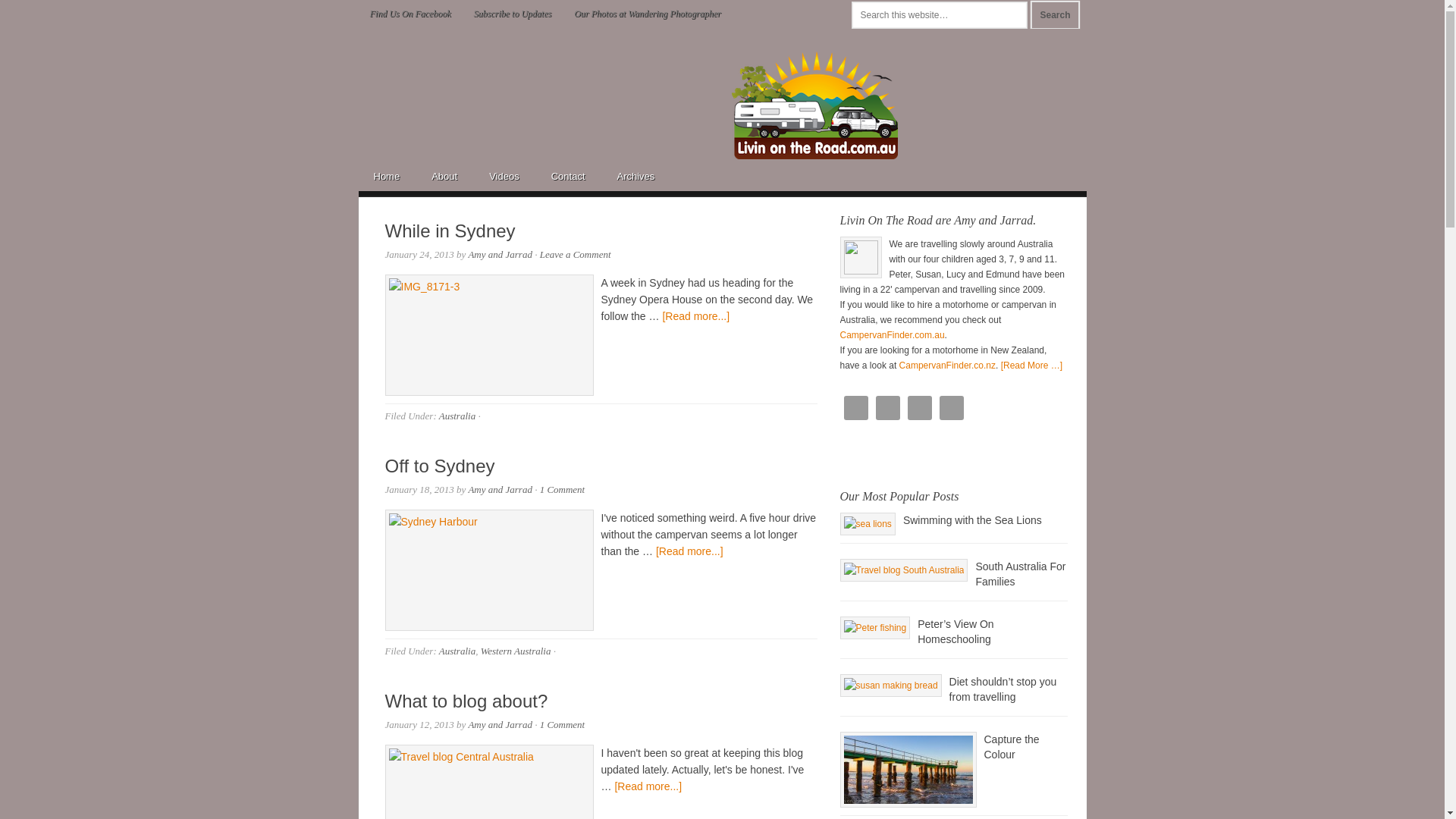 The height and width of the screenshot is (819, 1456). Describe the element at coordinates (516, 650) in the screenshot. I see `'Western Australia'` at that location.